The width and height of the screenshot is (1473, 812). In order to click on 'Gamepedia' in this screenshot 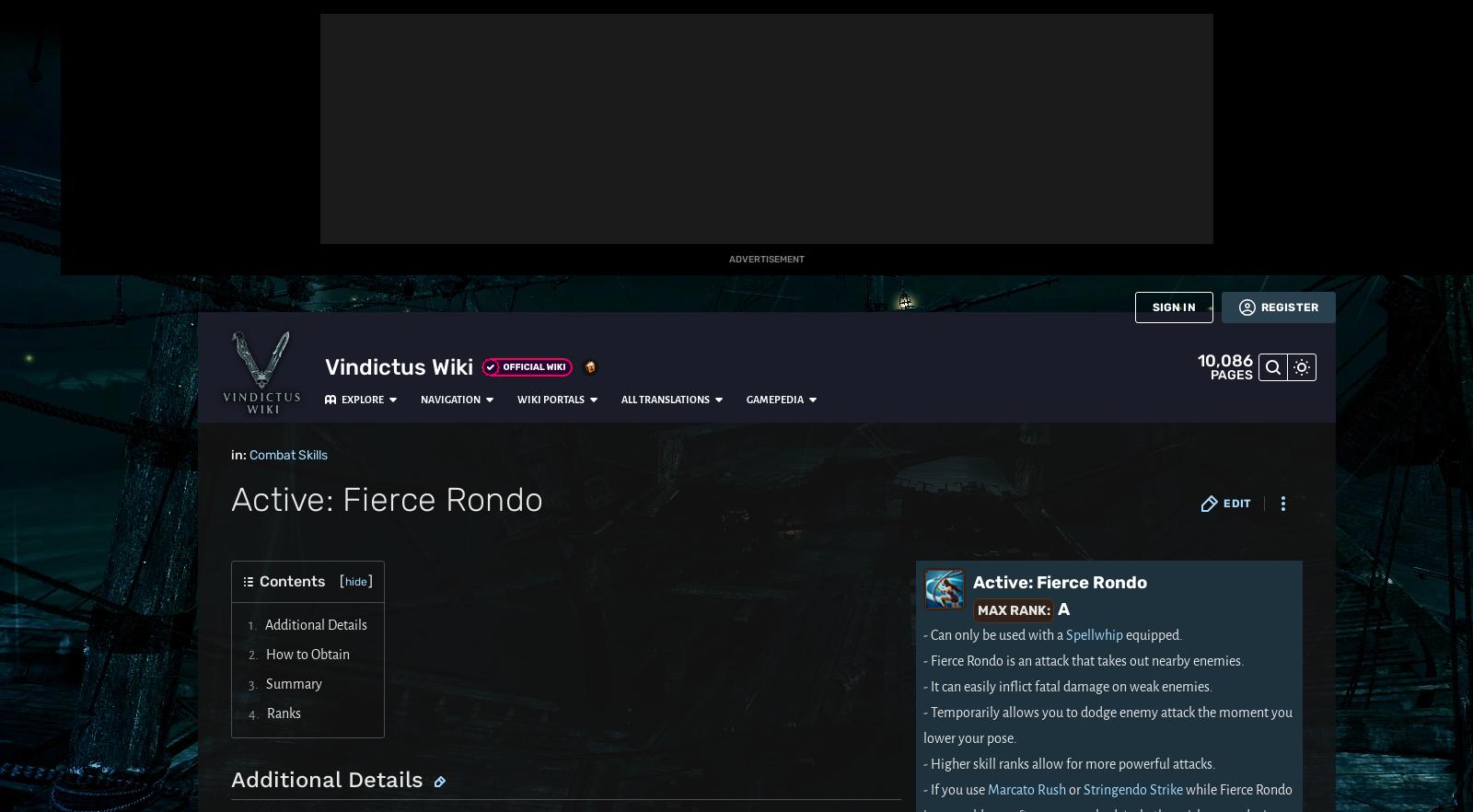, I will do `click(685, 20)`.